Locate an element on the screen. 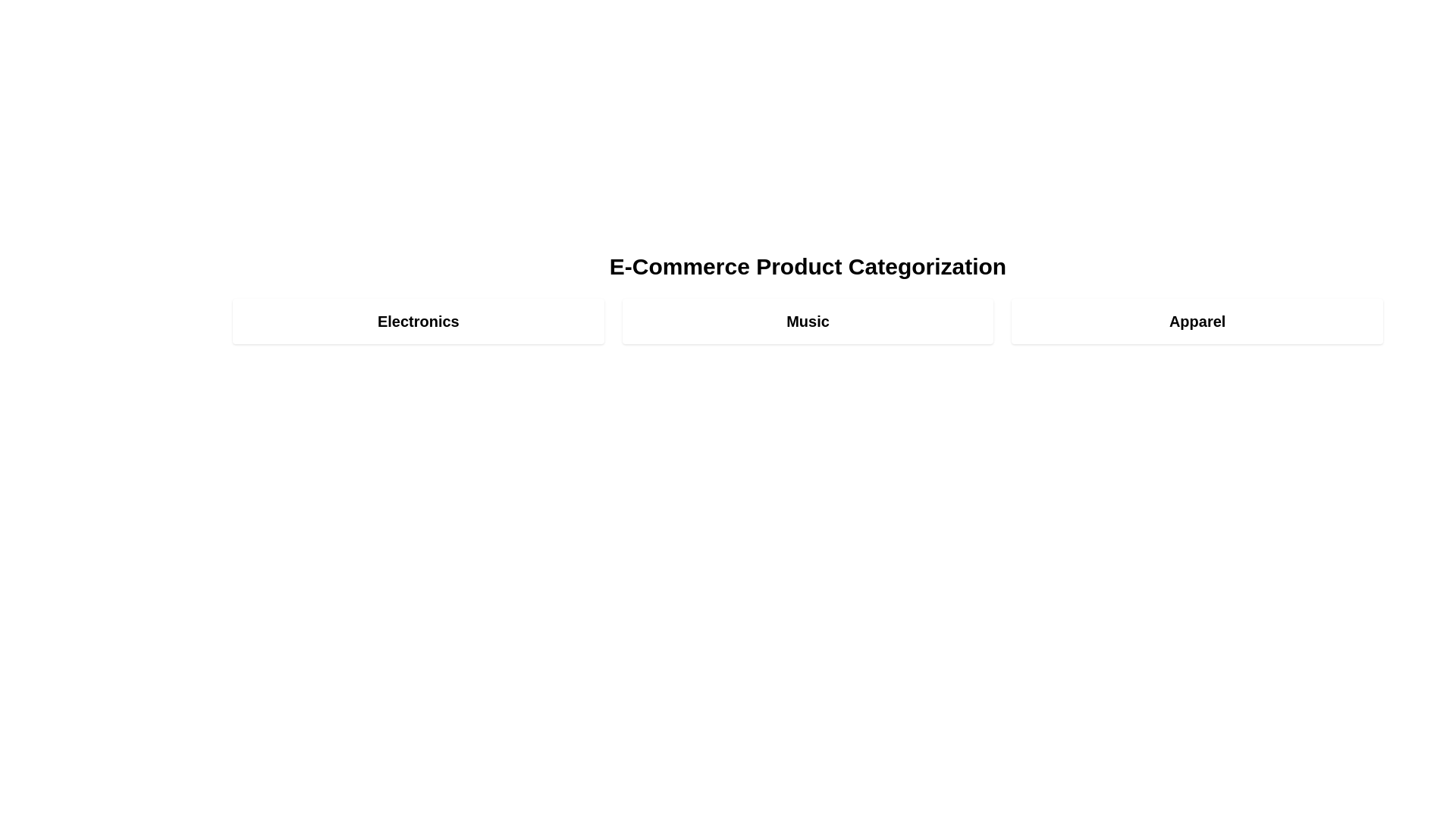 The height and width of the screenshot is (819, 1456). the category Music to view its details is located at coordinates (807, 321).